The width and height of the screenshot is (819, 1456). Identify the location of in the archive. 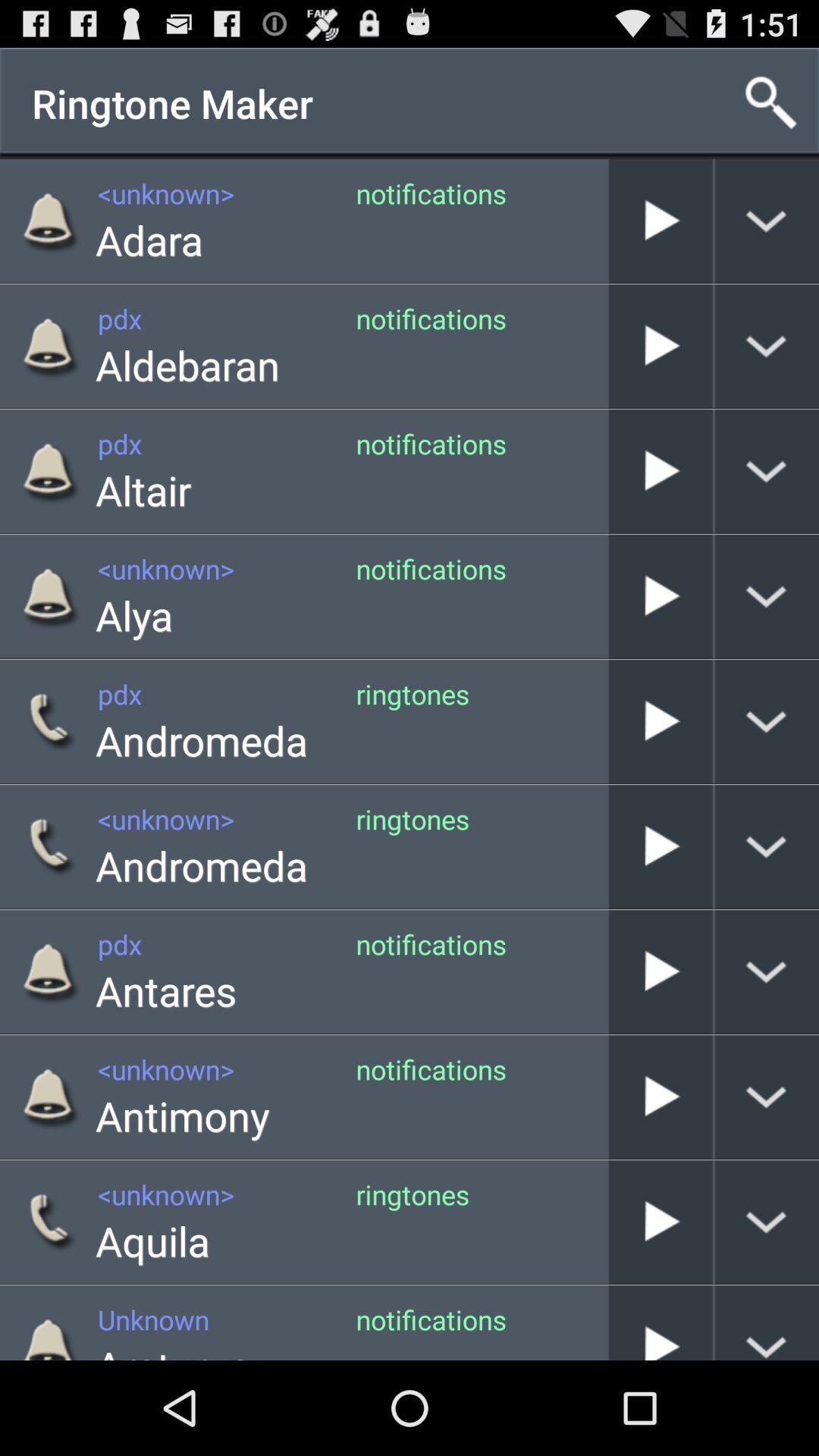
(660, 470).